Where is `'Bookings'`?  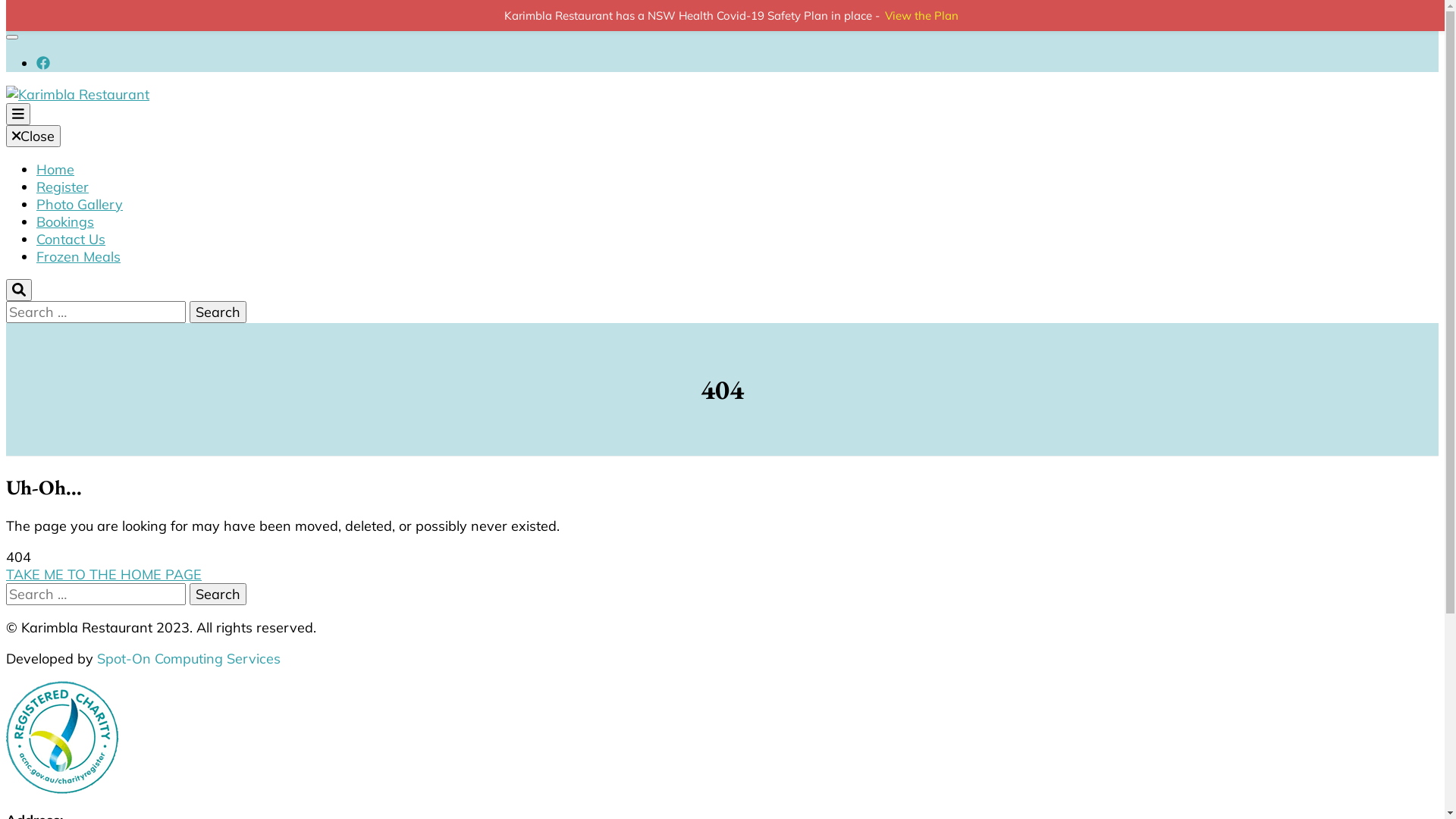
'Bookings' is located at coordinates (36, 221).